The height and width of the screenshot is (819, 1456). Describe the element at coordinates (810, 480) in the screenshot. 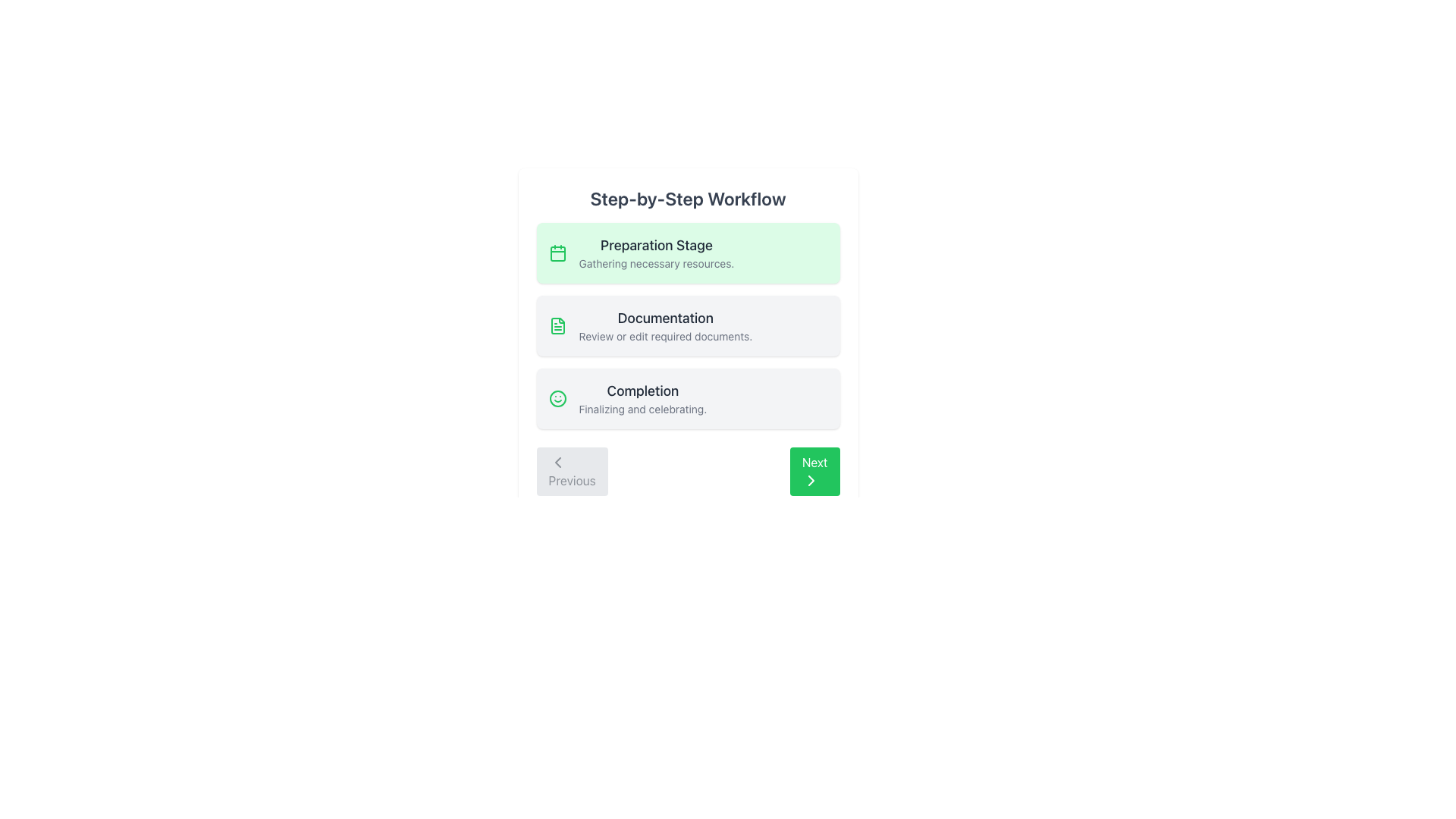

I see `the forward-pointing chevron arrow icon within the green 'Next' button at the bottom-right corner of the interface to interact with the button functionality` at that location.